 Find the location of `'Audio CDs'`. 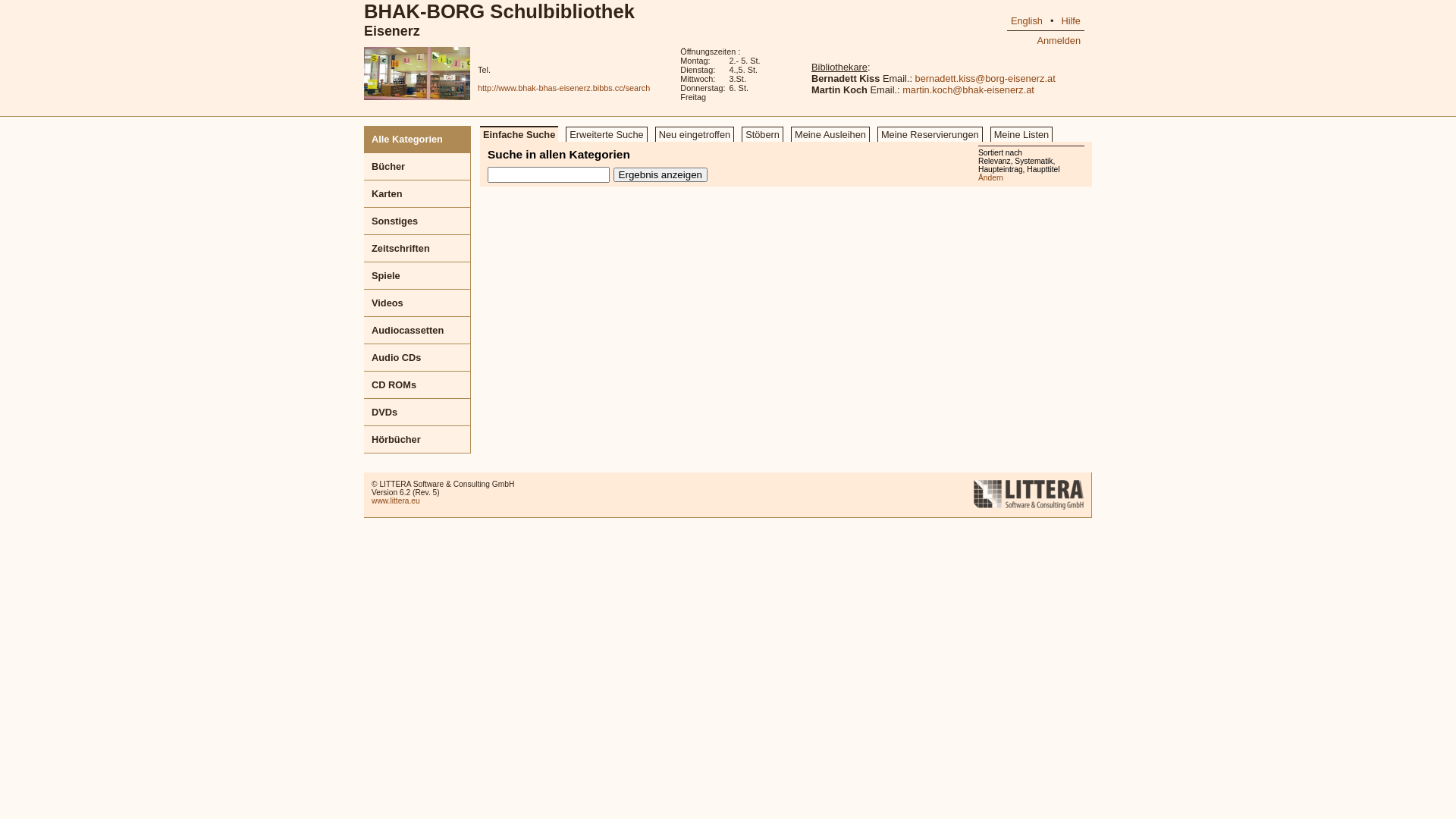

'Audio CDs' is located at coordinates (417, 357).